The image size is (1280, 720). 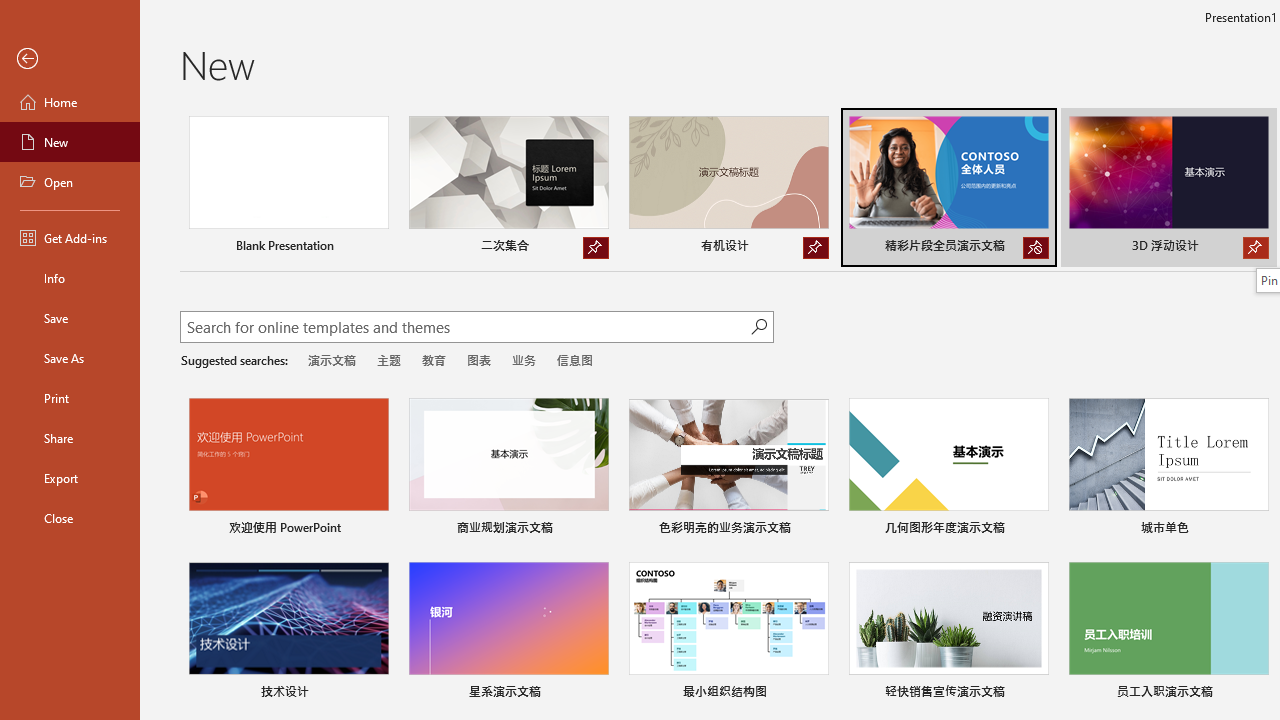 What do you see at coordinates (69, 236) in the screenshot?
I see `'Get Add-ins'` at bounding box center [69, 236].